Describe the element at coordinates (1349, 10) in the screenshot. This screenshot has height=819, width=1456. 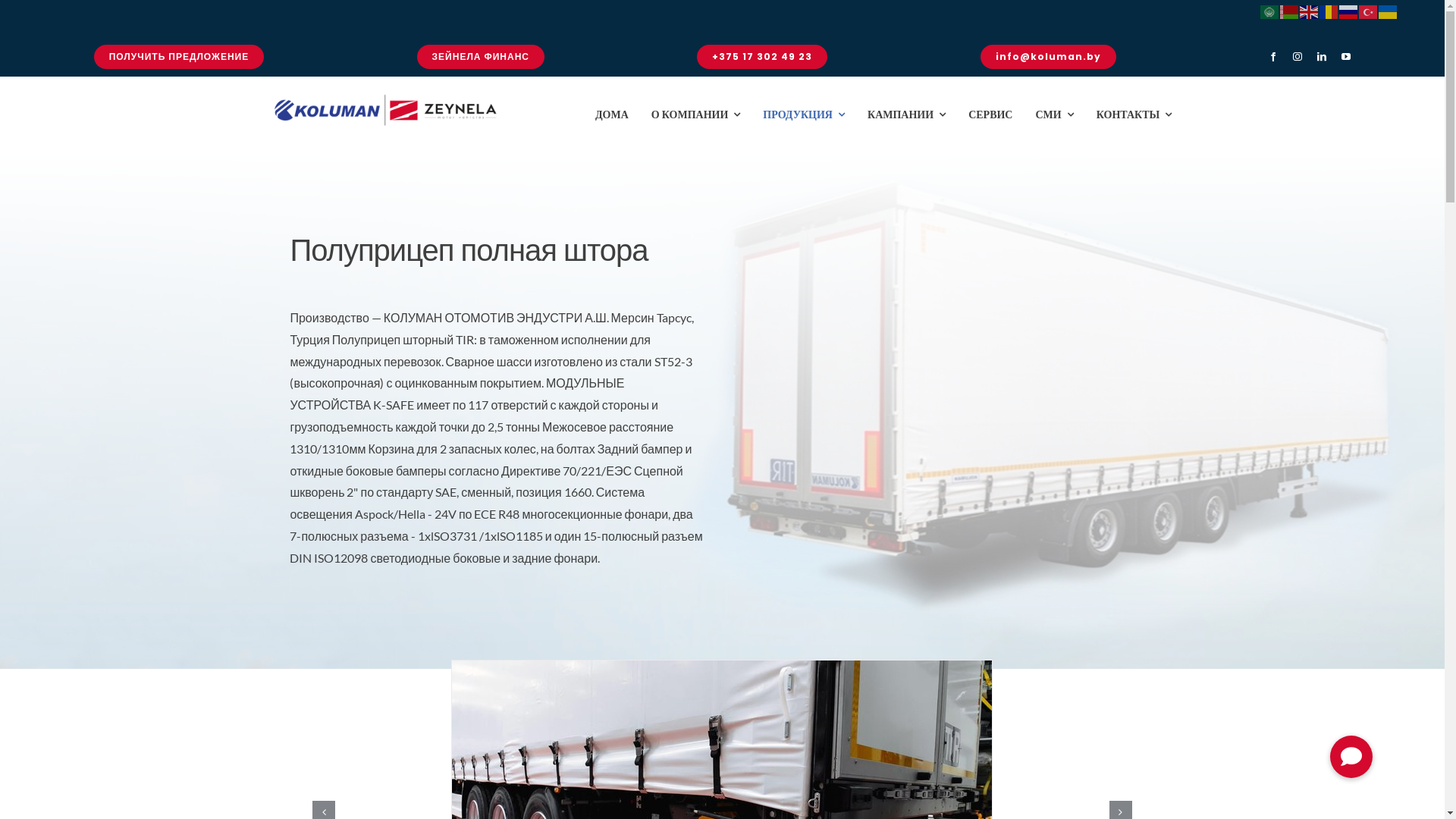
I see `'Russian'` at that location.